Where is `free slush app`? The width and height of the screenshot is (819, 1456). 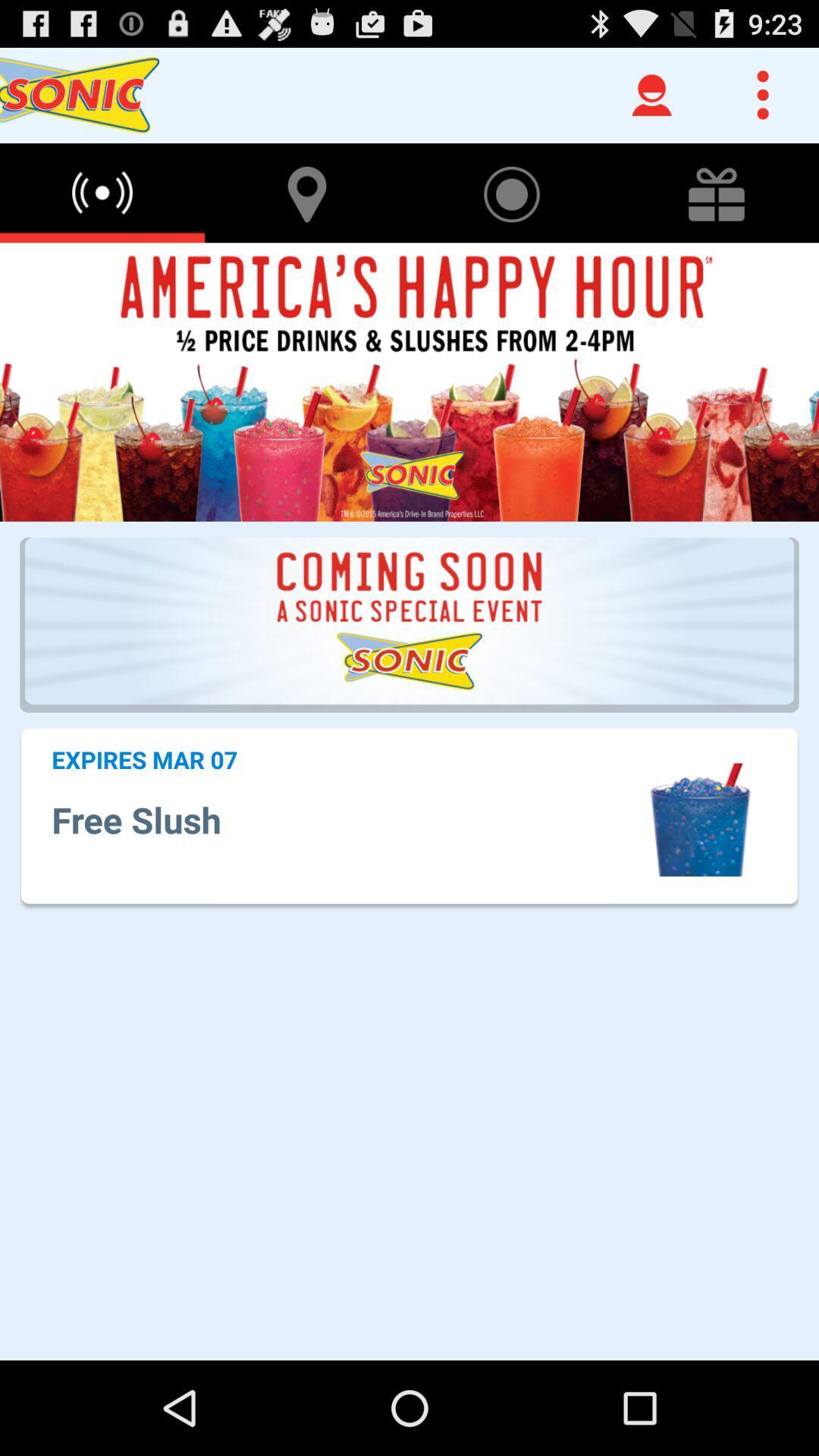
free slush app is located at coordinates (347, 819).